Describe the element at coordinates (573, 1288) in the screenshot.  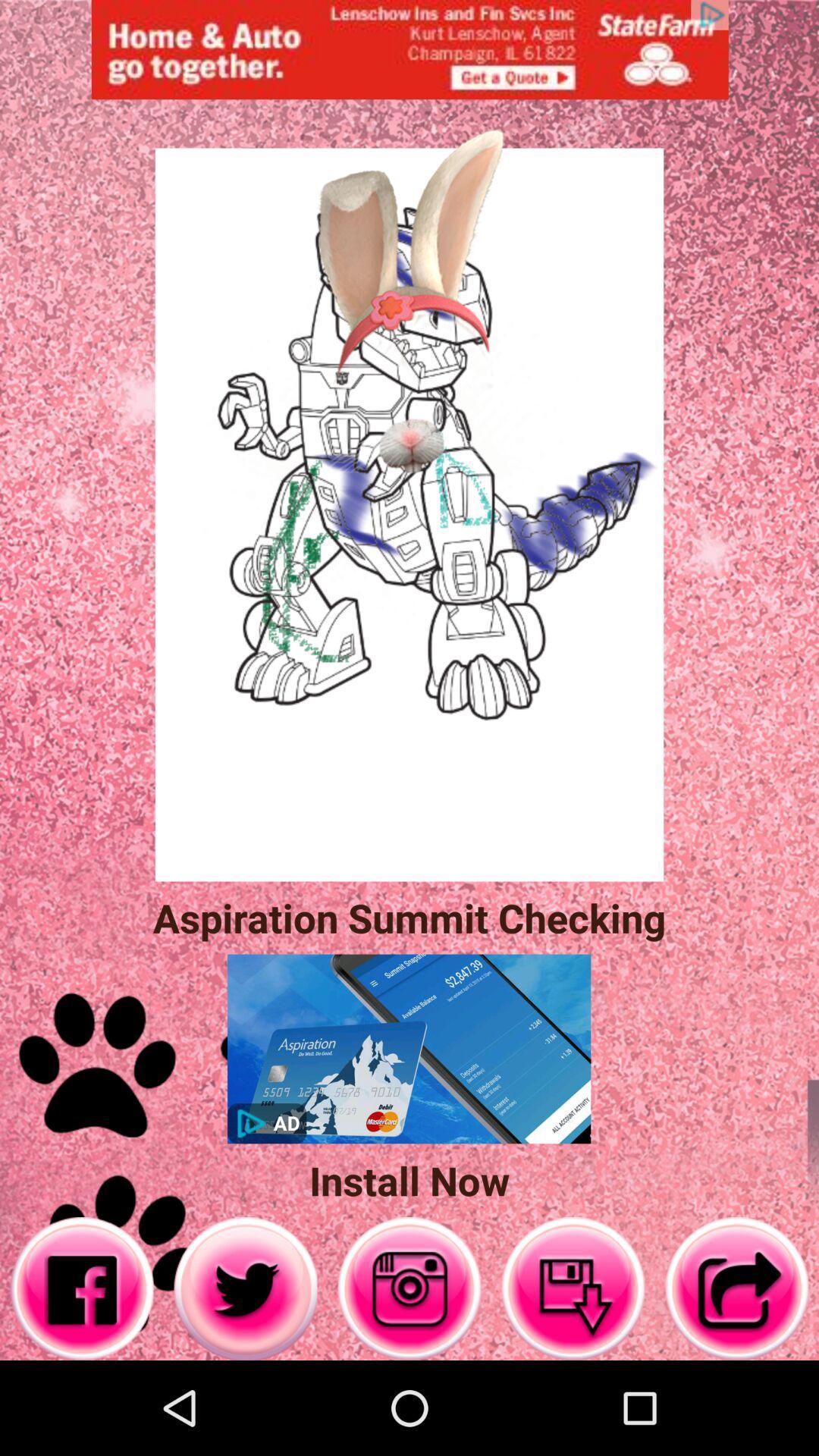
I see `down the mail box option` at that location.